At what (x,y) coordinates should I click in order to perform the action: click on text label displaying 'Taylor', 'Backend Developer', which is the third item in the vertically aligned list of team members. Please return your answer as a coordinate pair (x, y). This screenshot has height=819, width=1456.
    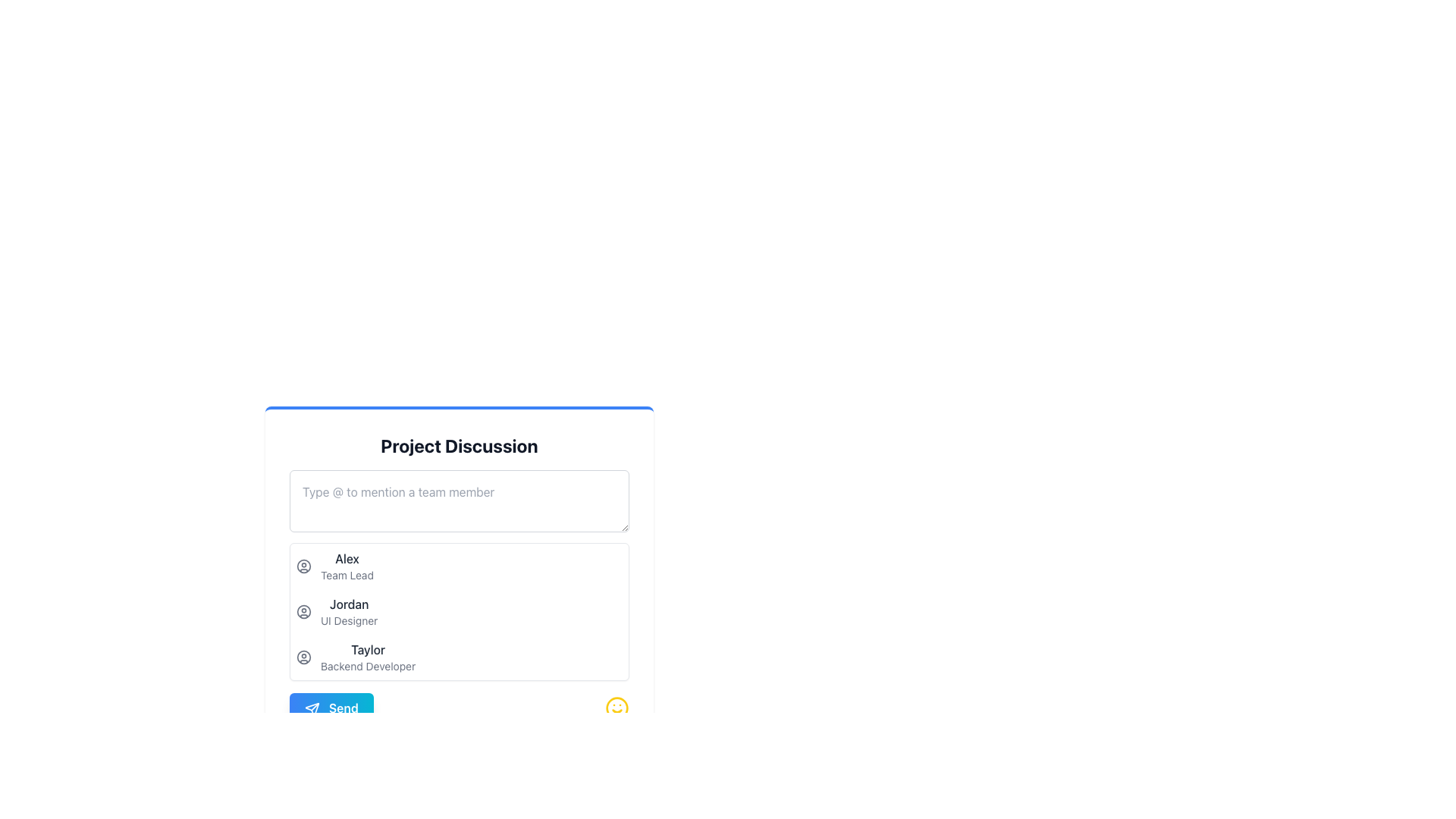
    Looking at the image, I should click on (368, 657).